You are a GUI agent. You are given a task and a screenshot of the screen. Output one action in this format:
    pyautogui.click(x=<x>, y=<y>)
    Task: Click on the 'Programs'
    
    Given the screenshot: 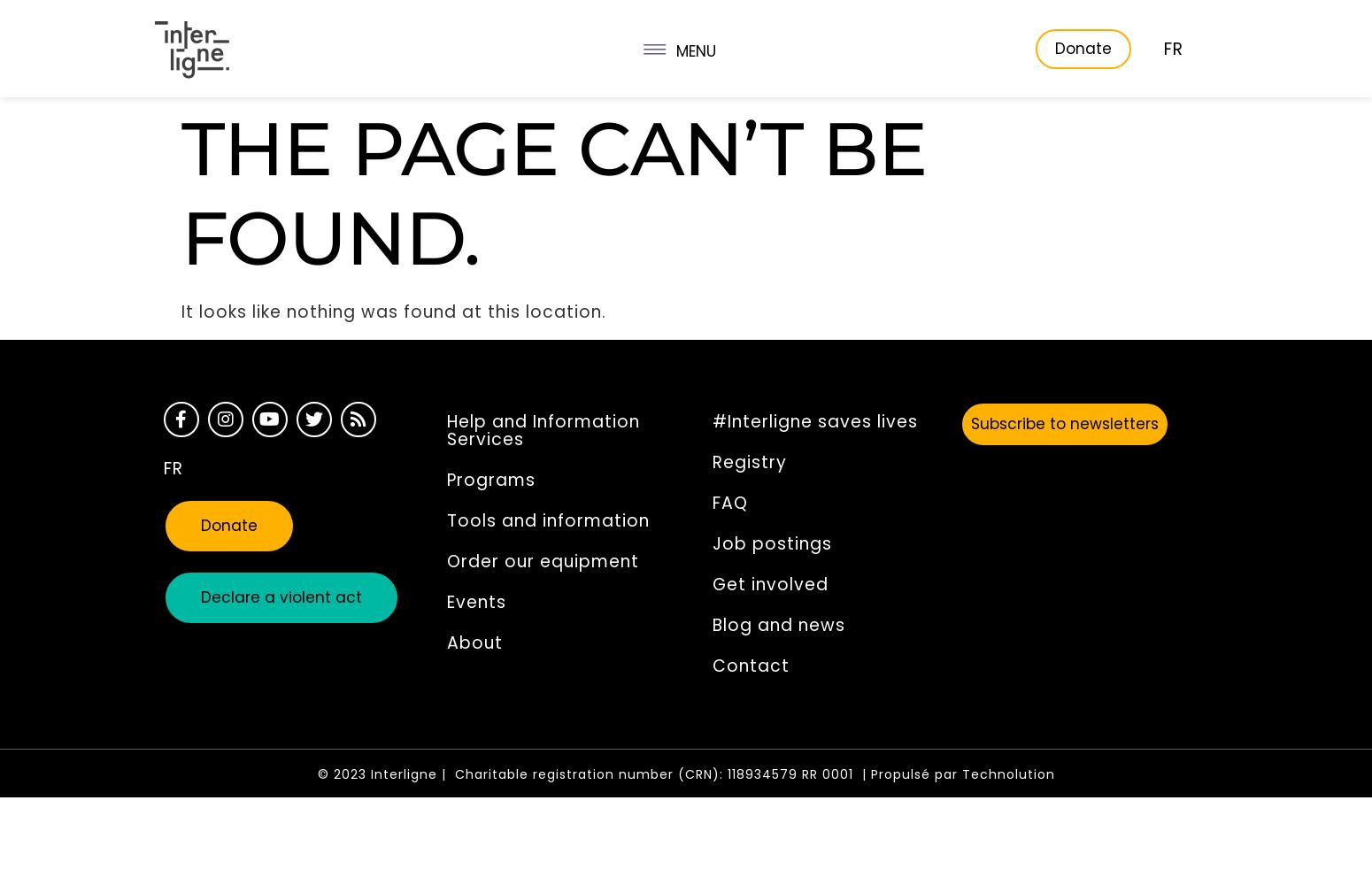 What is the action you would take?
    pyautogui.click(x=491, y=480)
    